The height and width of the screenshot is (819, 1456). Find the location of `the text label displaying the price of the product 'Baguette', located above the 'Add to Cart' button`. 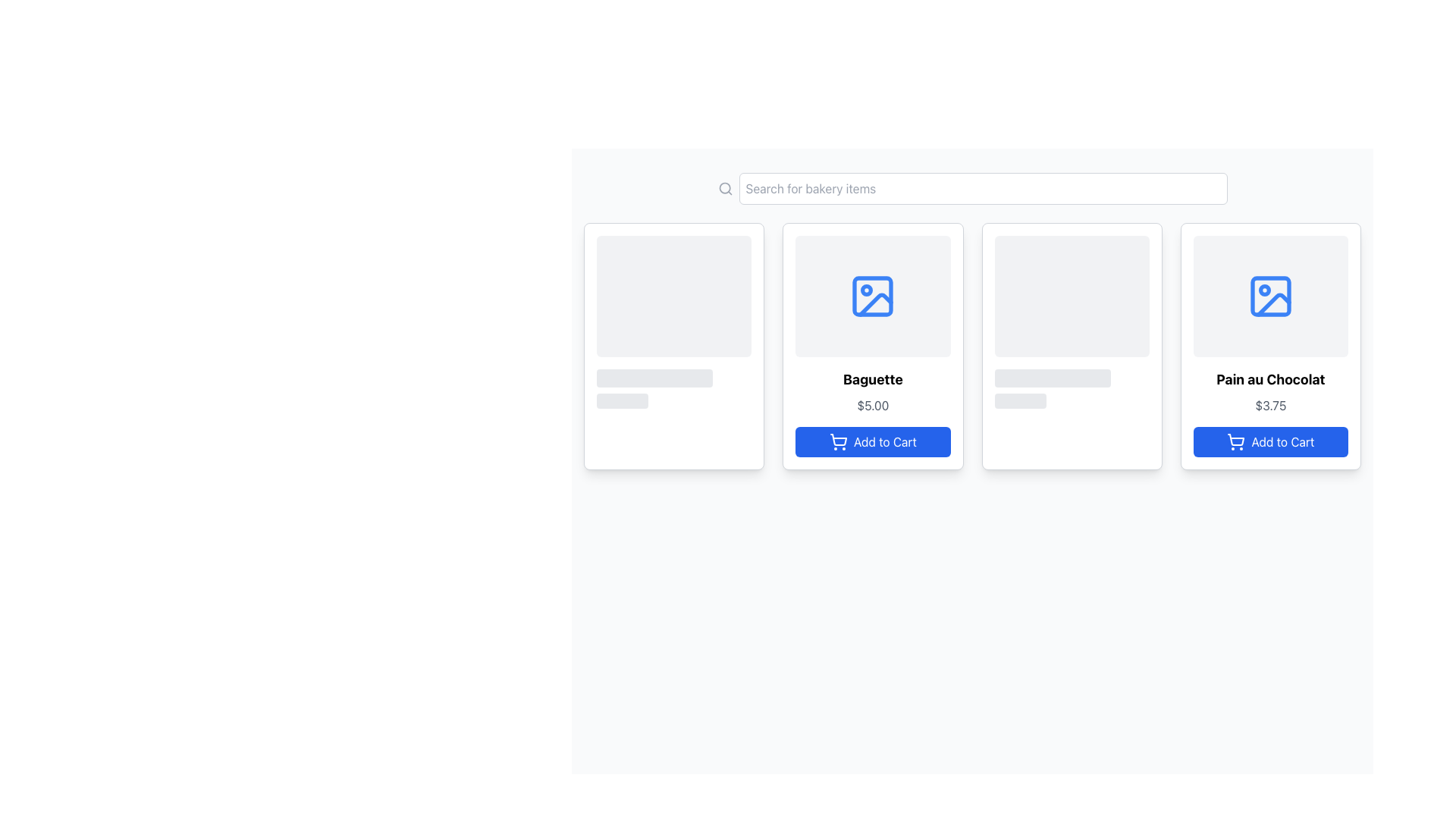

the text label displaying the price of the product 'Baguette', located above the 'Add to Cart' button is located at coordinates (873, 405).